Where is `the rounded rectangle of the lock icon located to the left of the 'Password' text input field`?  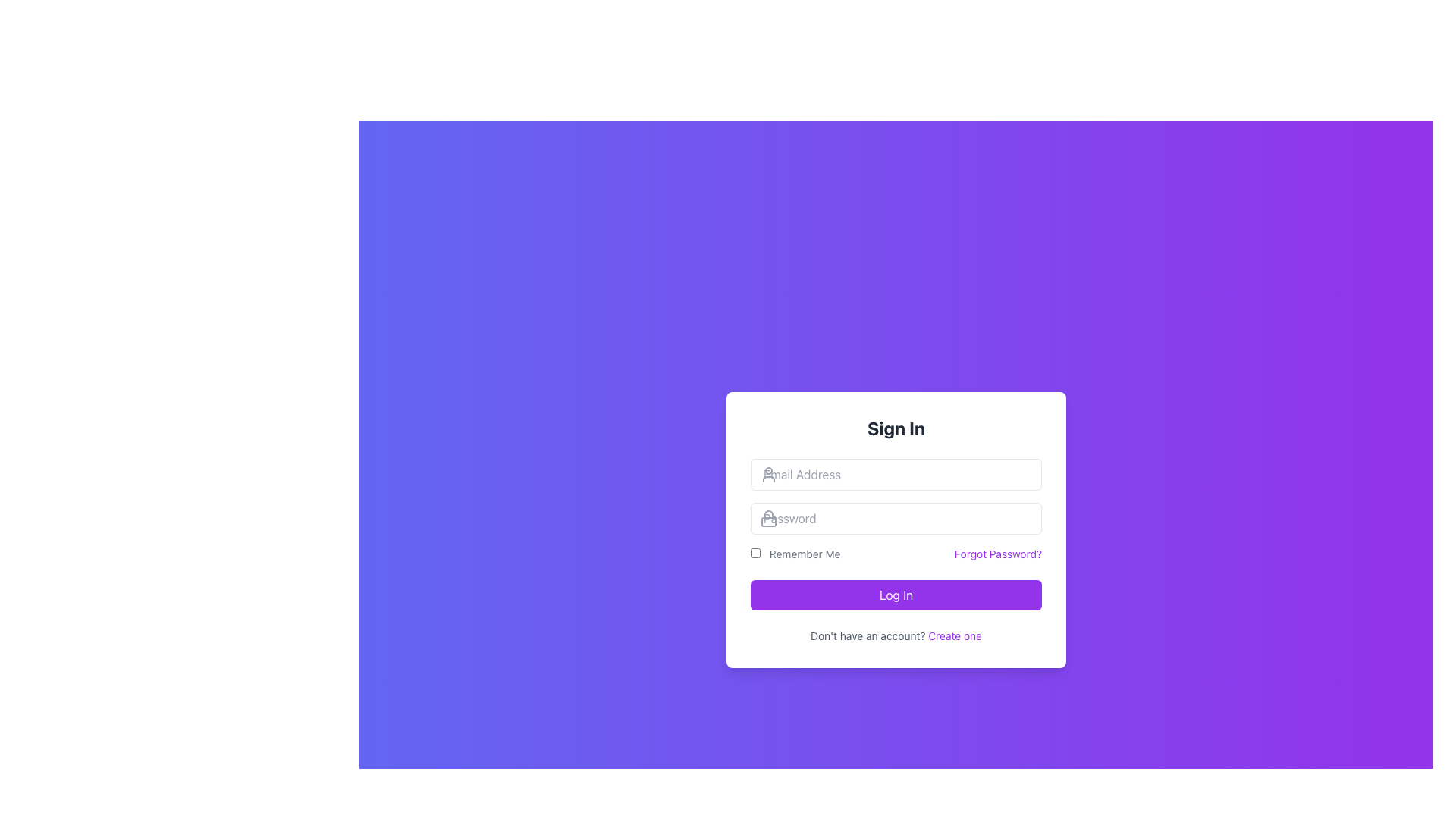
the rounded rectangle of the lock icon located to the left of the 'Password' text input field is located at coordinates (768, 521).